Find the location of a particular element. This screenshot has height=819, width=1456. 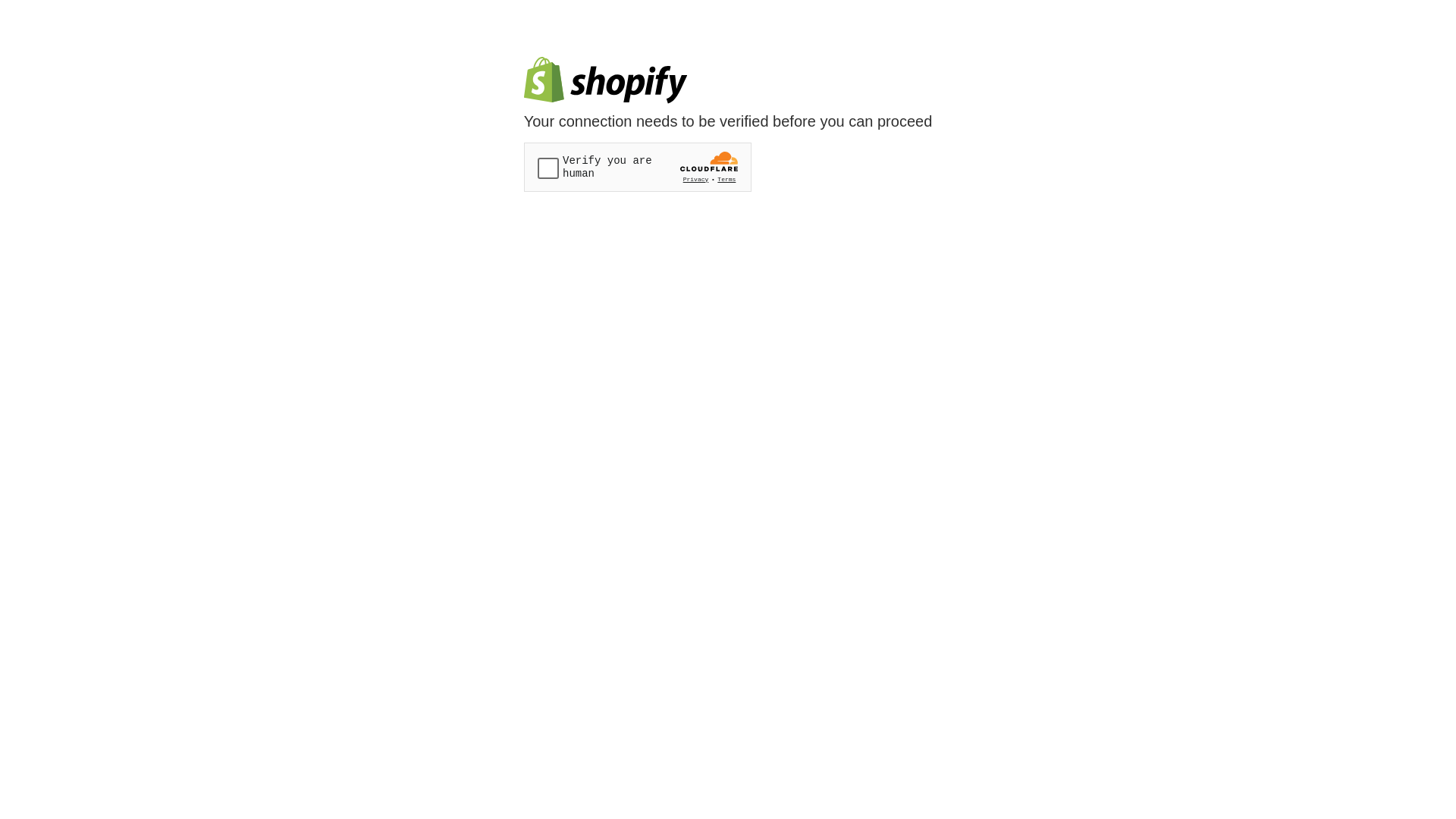

'Widget containing a Cloudflare security challenge' is located at coordinates (637, 167).